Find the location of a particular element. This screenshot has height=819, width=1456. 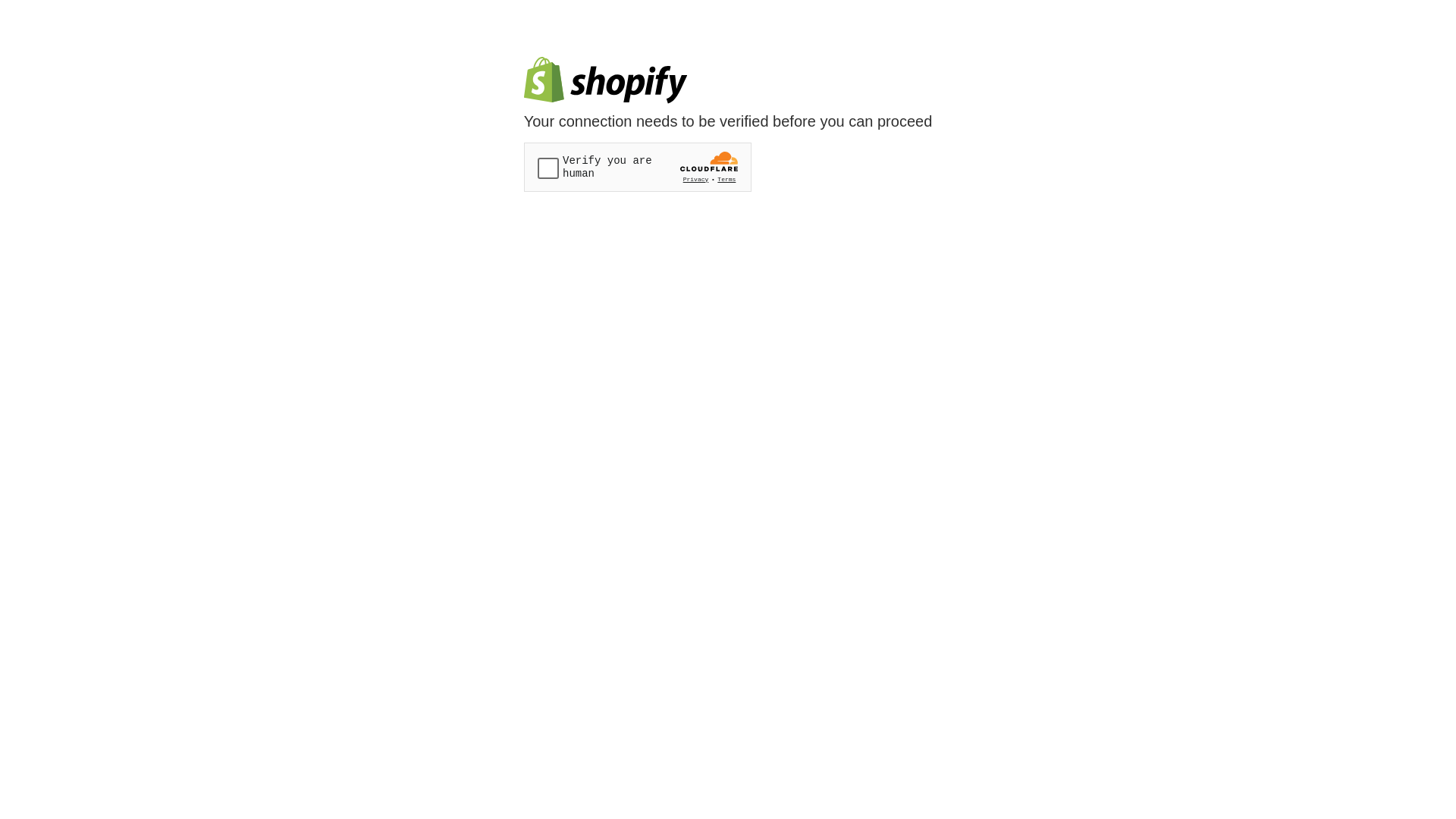

'Widget containing a Cloudflare security challenge' is located at coordinates (637, 167).